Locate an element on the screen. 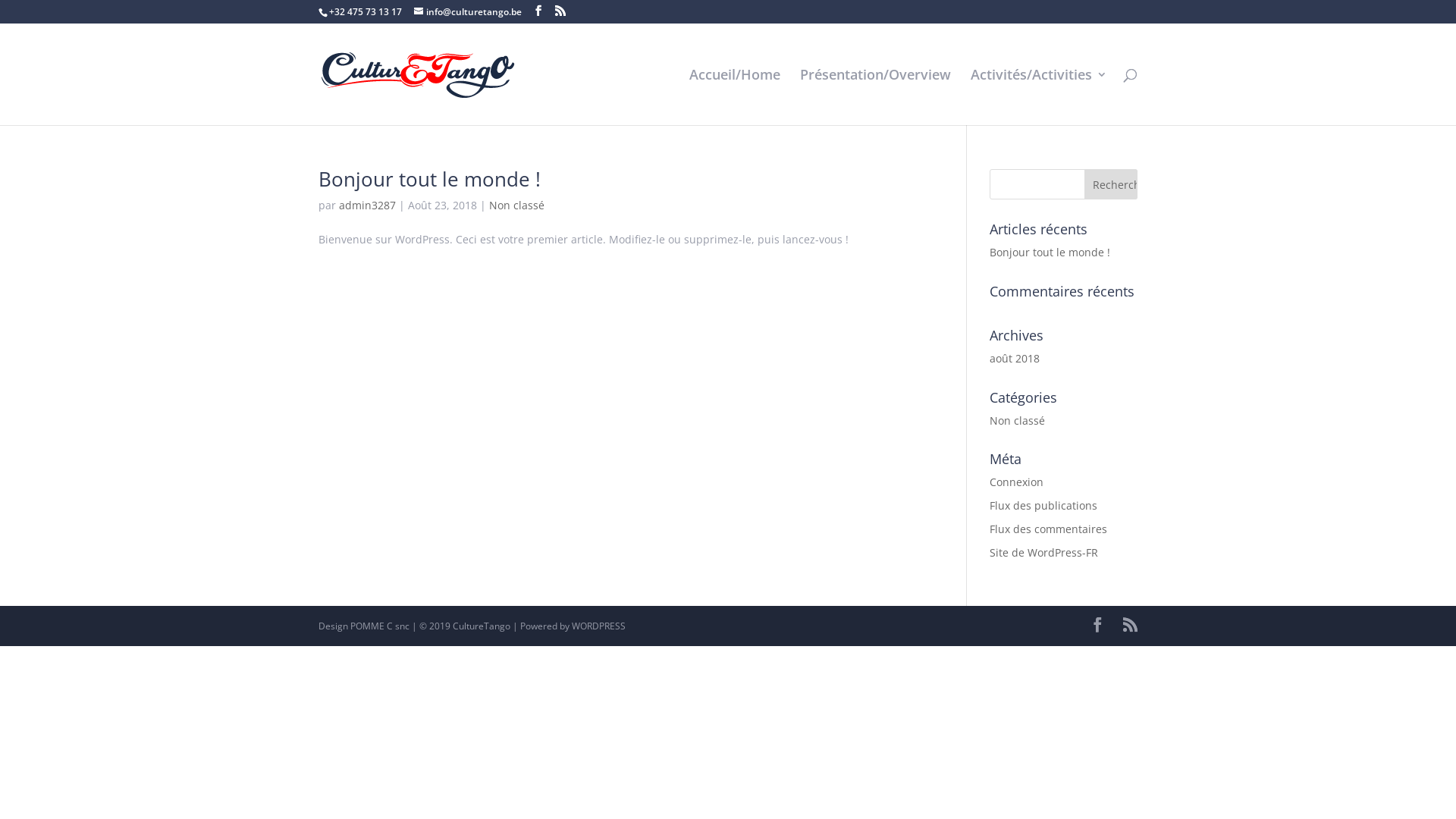 Image resolution: width=1456 pixels, height=819 pixels. 'admin3287' is located at coordinates (367, 205).